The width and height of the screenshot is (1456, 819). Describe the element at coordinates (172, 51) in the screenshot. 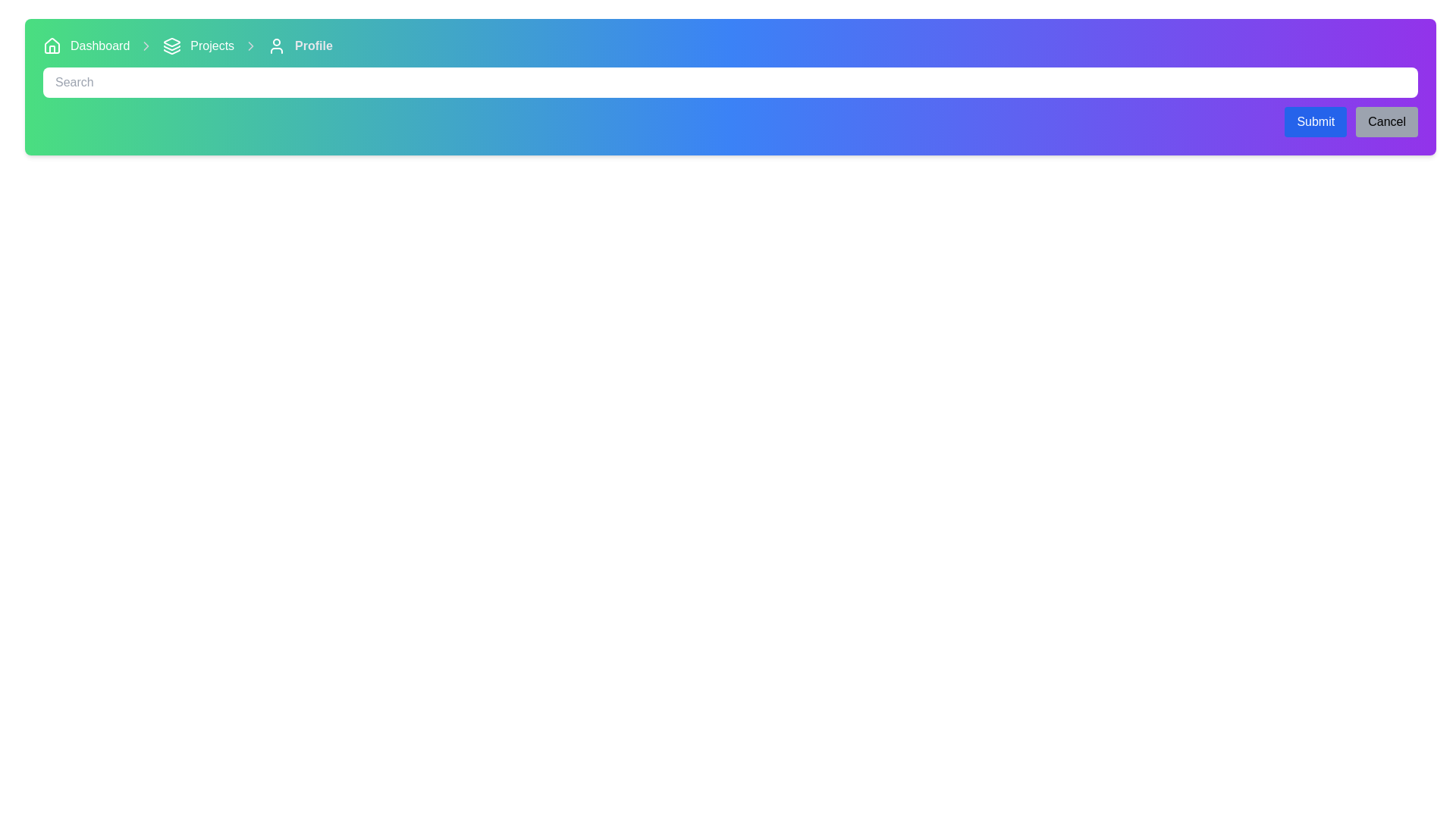

I see `third layer of the stack icon in the 'Projects' section of the top navigation bar for design or development purposes` at that location.